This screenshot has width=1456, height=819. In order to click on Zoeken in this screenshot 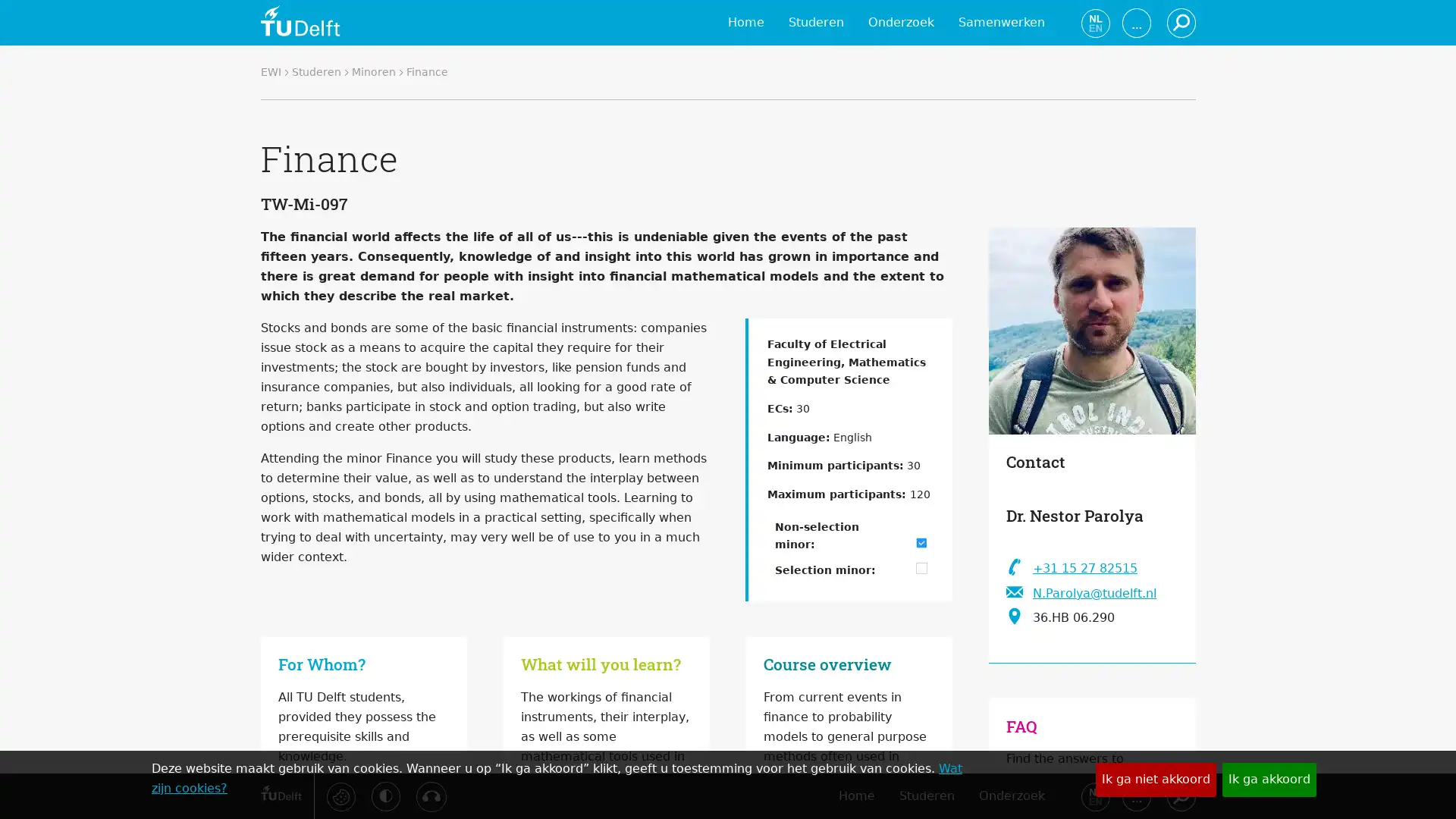, I will do `click(1179, 23)`.